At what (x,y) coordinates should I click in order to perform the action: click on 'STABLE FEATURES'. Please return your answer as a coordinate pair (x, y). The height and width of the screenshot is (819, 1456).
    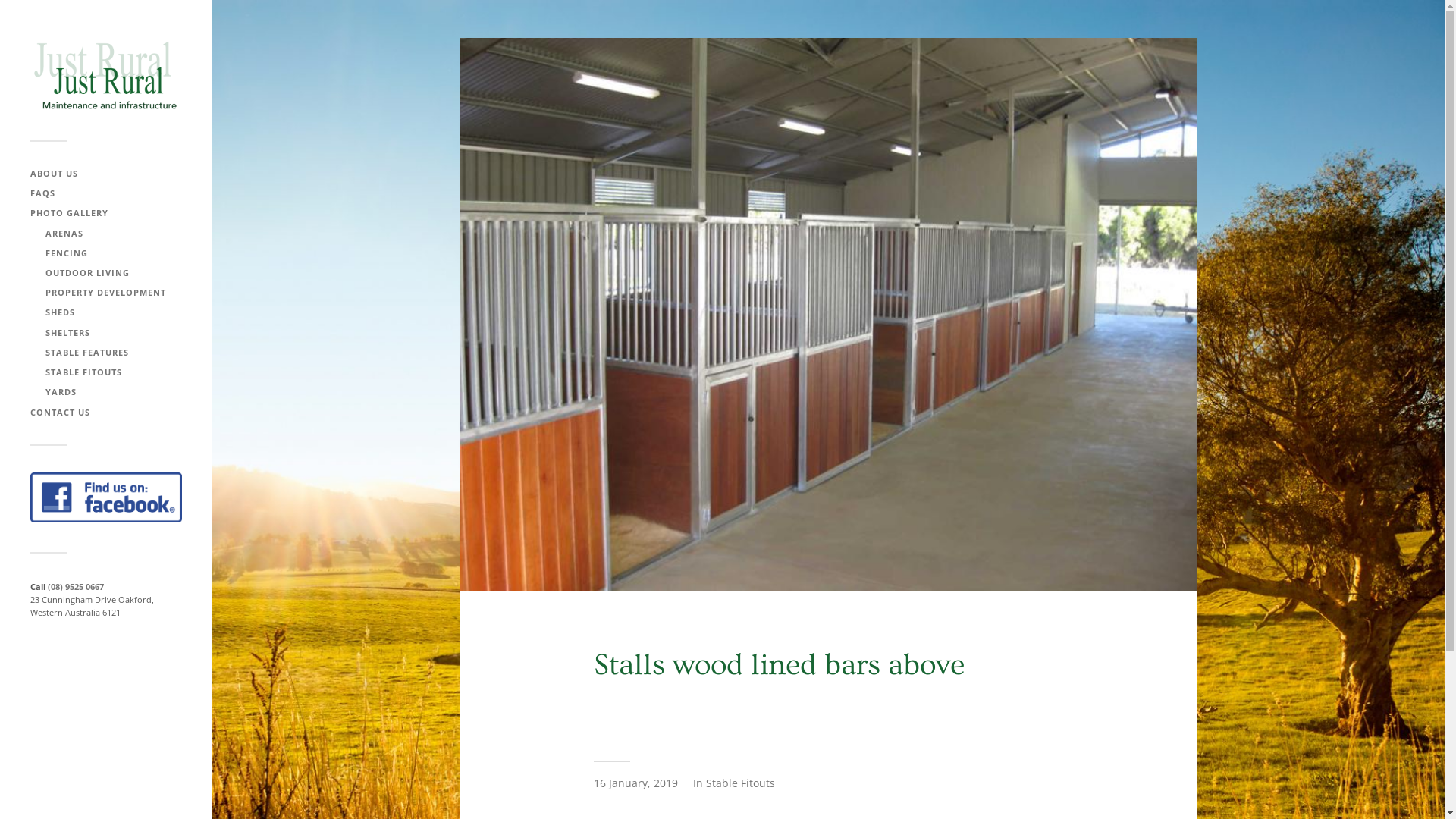
    Looking at the image, I should click on (45, 352).